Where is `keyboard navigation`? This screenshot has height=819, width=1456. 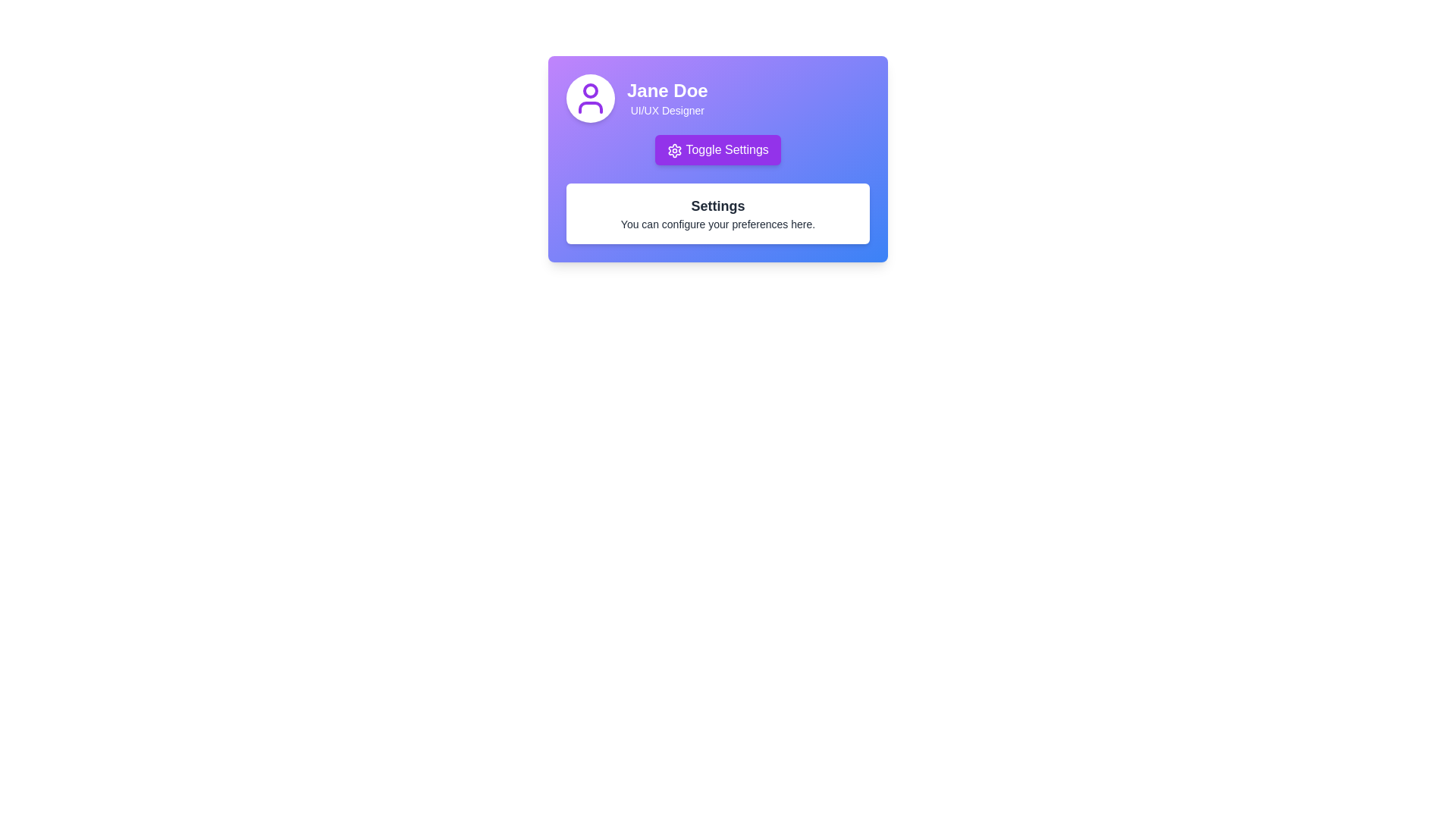
keyboard navigation is located at coordinates (717, 149).